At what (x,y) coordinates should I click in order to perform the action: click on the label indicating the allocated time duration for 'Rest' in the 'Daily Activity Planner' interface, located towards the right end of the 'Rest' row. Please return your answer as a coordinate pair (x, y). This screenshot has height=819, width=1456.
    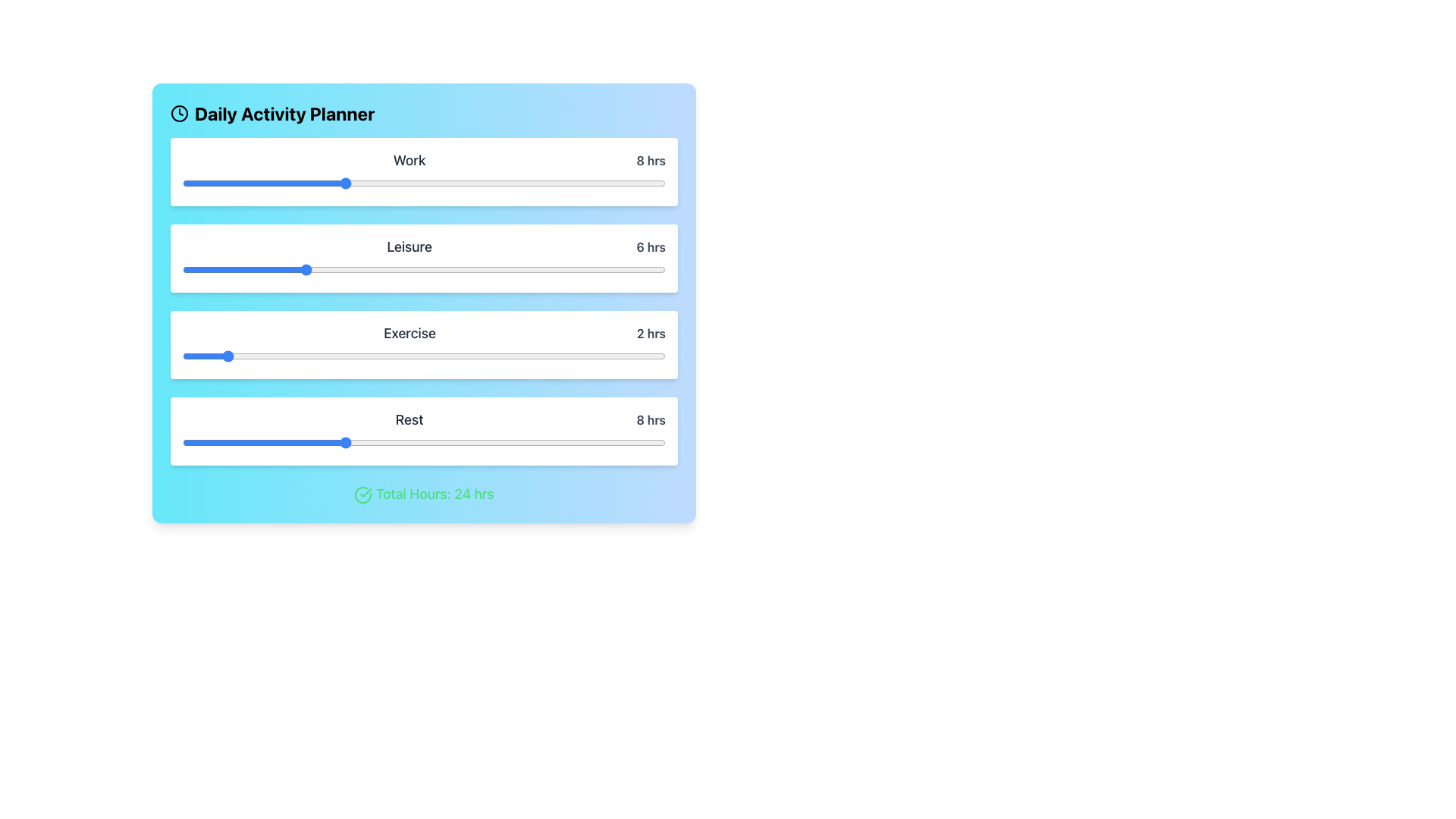
    Looking at the image, I should click on (651, 420).